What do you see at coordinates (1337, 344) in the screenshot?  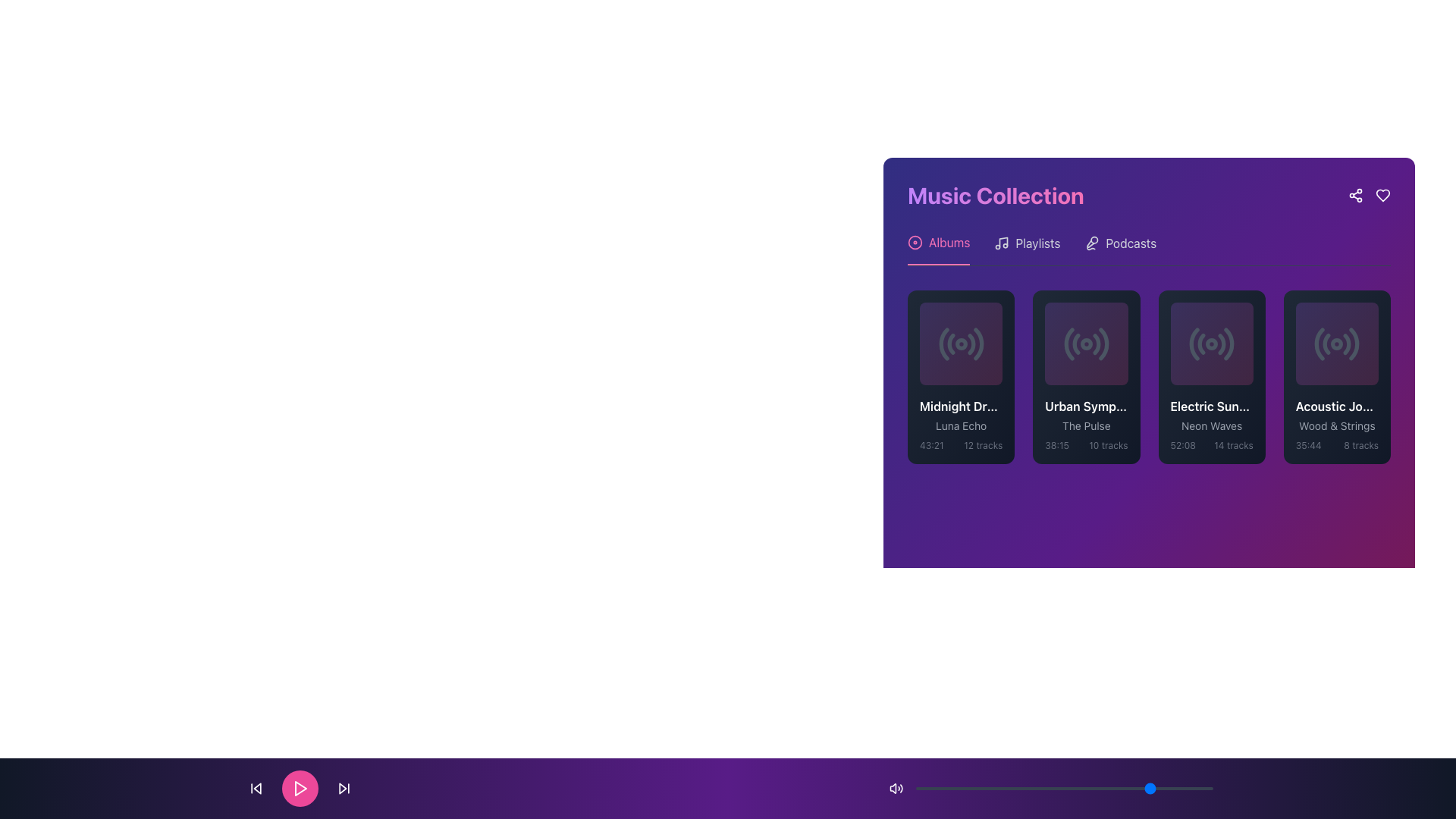 I see `the stylized radio icon located at the center of the highlighted album card titled 'Acoustic Journey'` at bounding box center [1337, 344].